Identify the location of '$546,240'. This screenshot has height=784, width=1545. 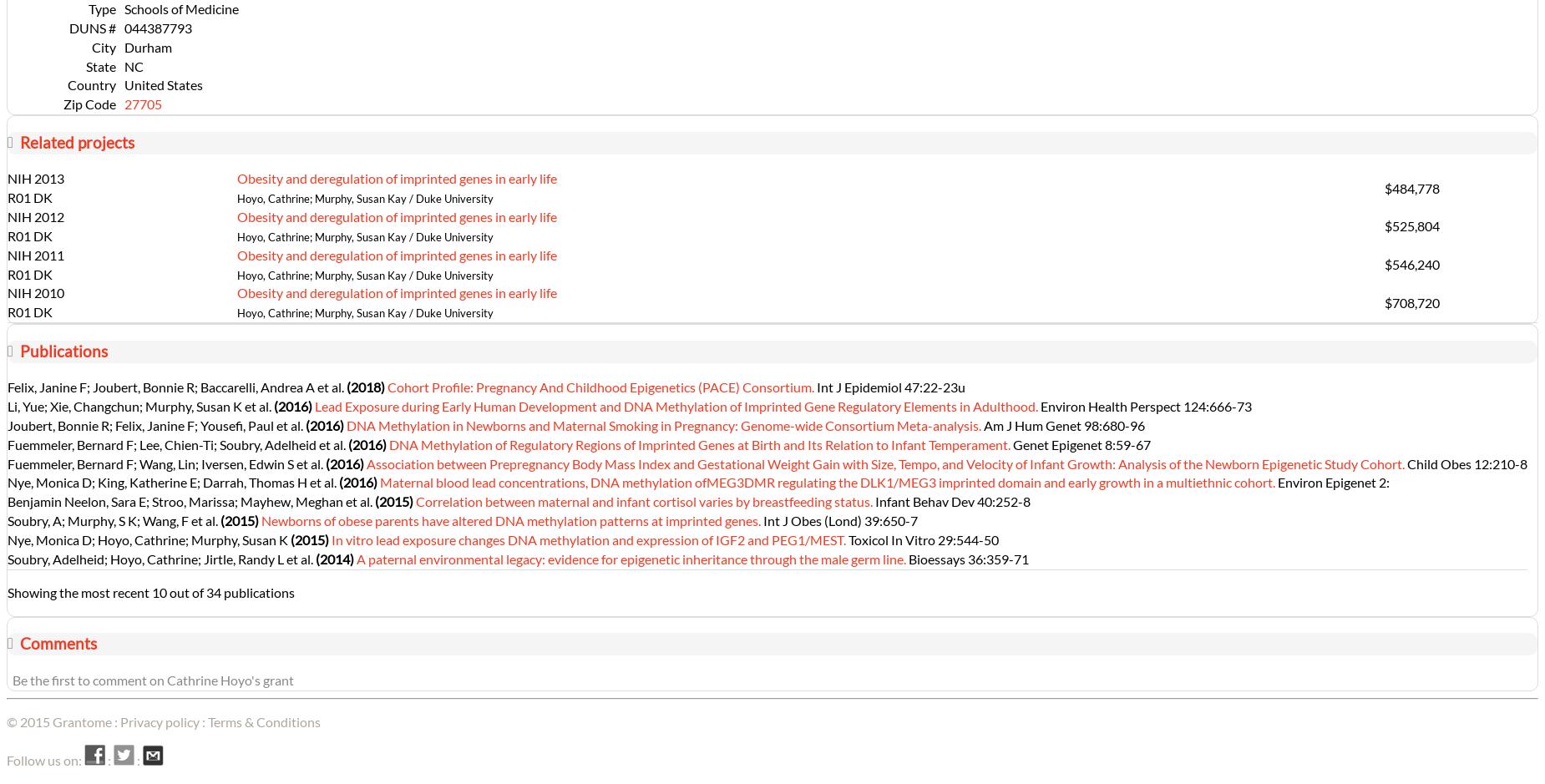
(1411, 264).